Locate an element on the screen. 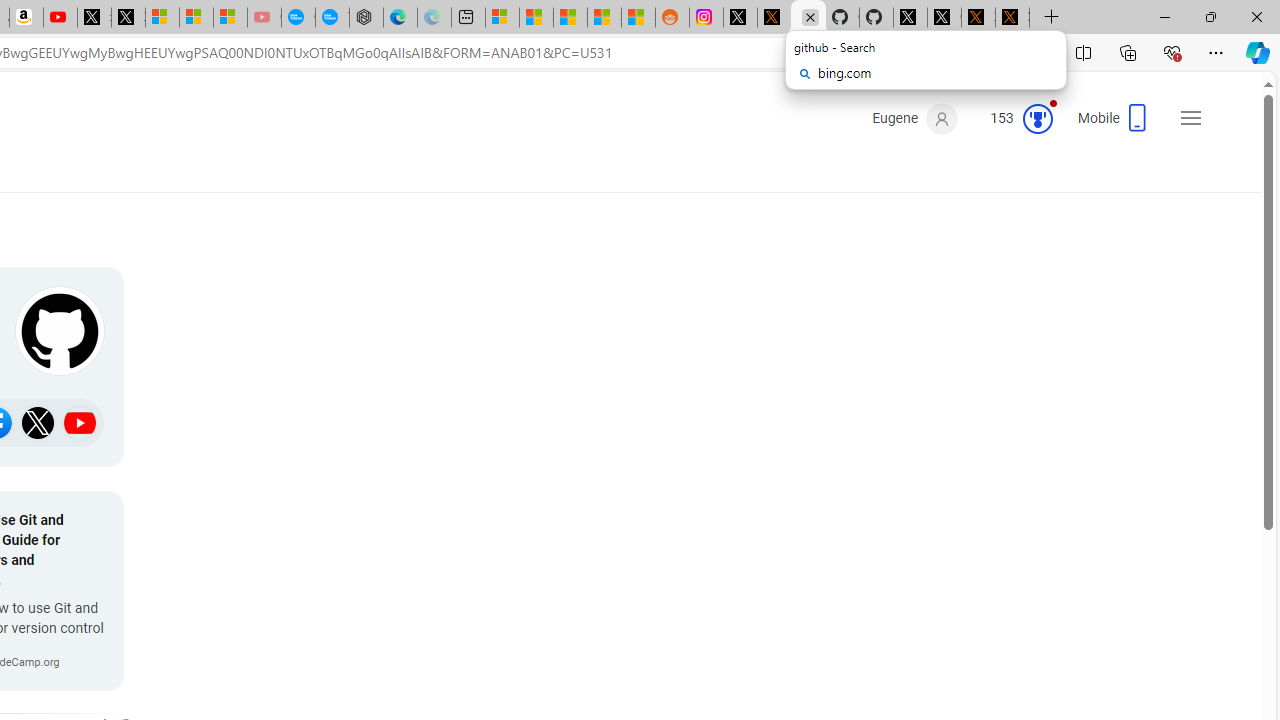 The height and width of the screenshot is (720, 1280). 'Class: b_sitlk' is located at coordinates (80, 422).